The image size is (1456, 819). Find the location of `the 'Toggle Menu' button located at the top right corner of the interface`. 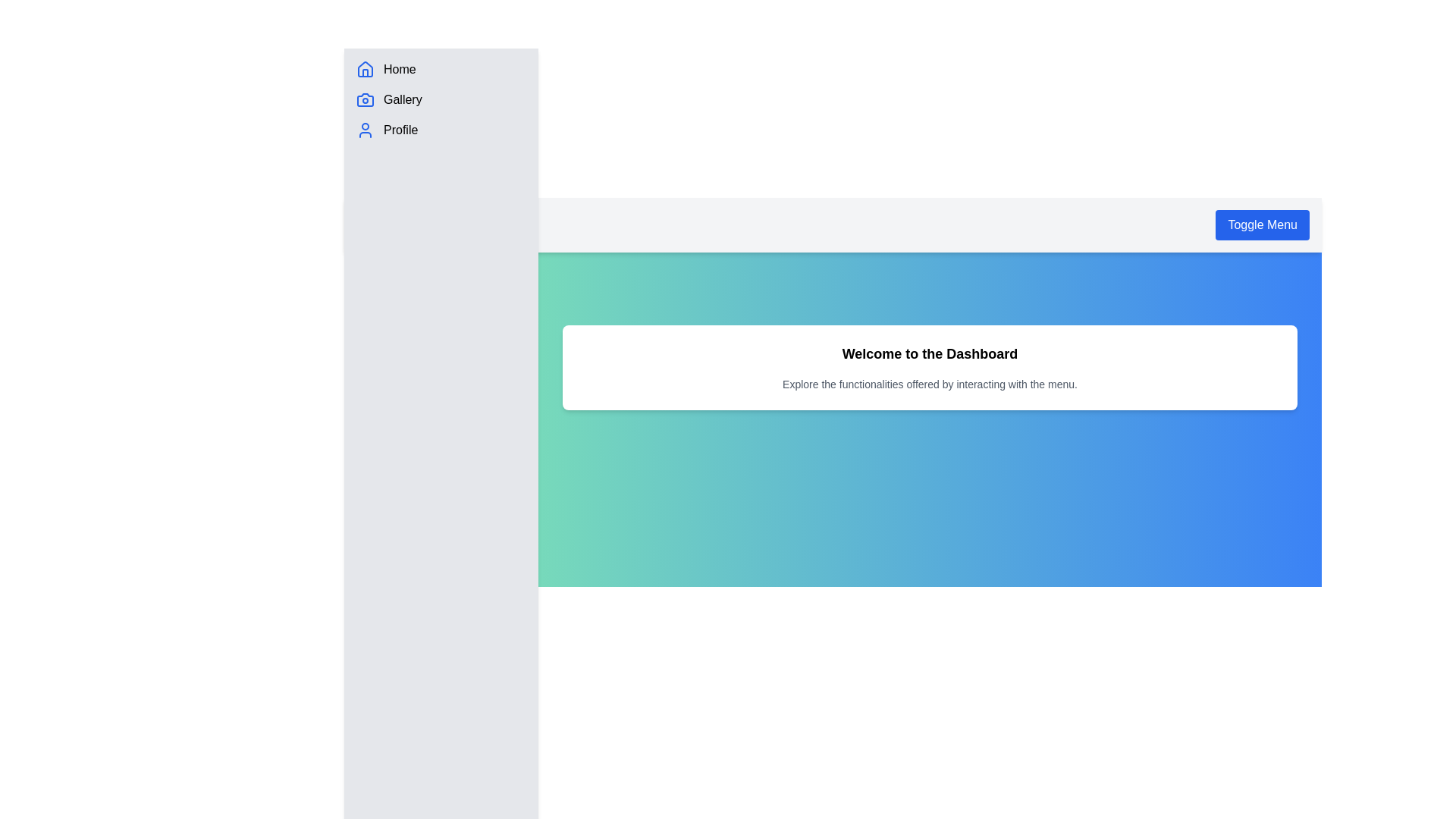

the 'Toggle Menu' button located at the top right corner of the interface is located at coordinates (1263, 225).